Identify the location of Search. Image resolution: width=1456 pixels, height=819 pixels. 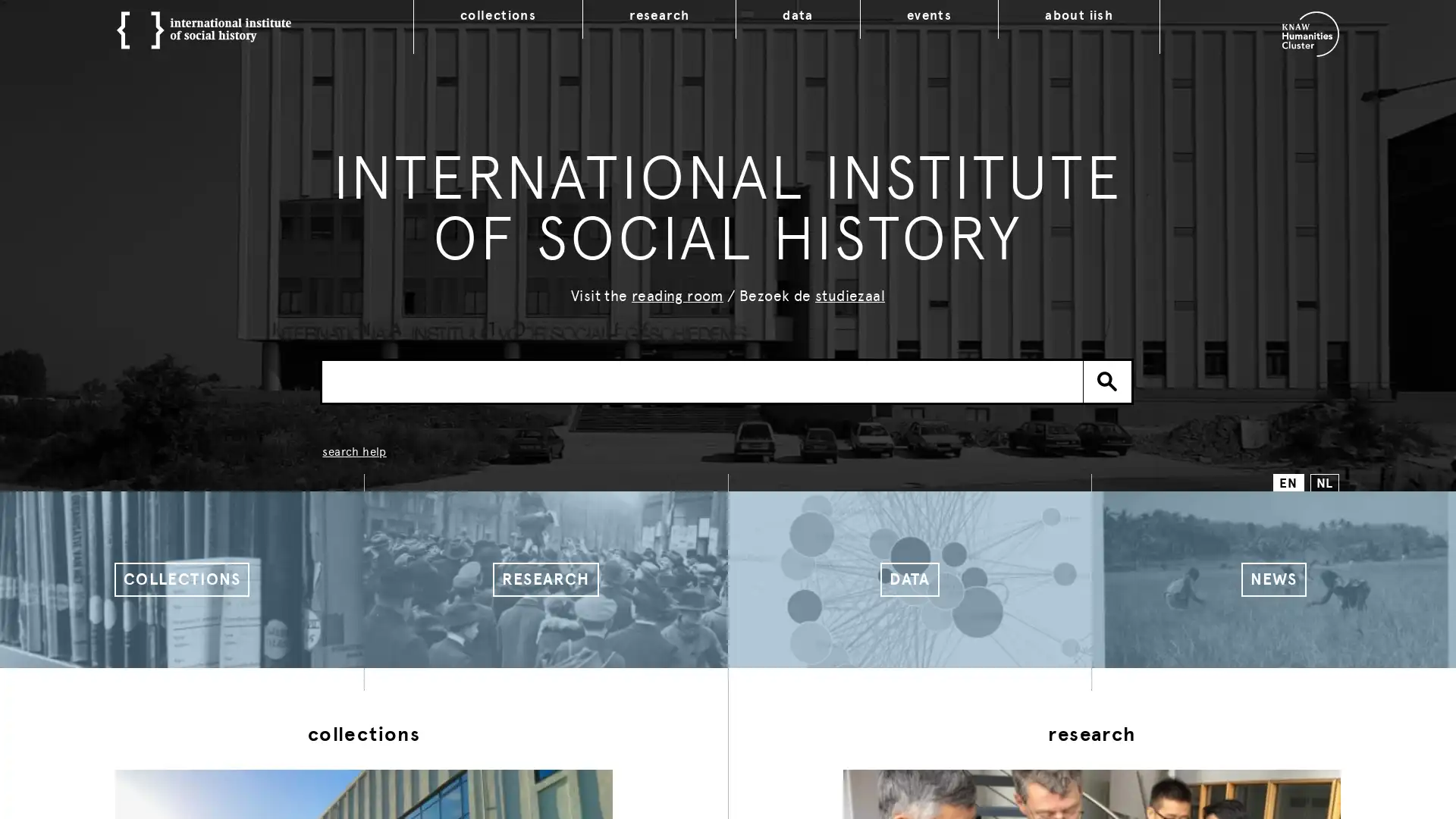
(1107, 380).